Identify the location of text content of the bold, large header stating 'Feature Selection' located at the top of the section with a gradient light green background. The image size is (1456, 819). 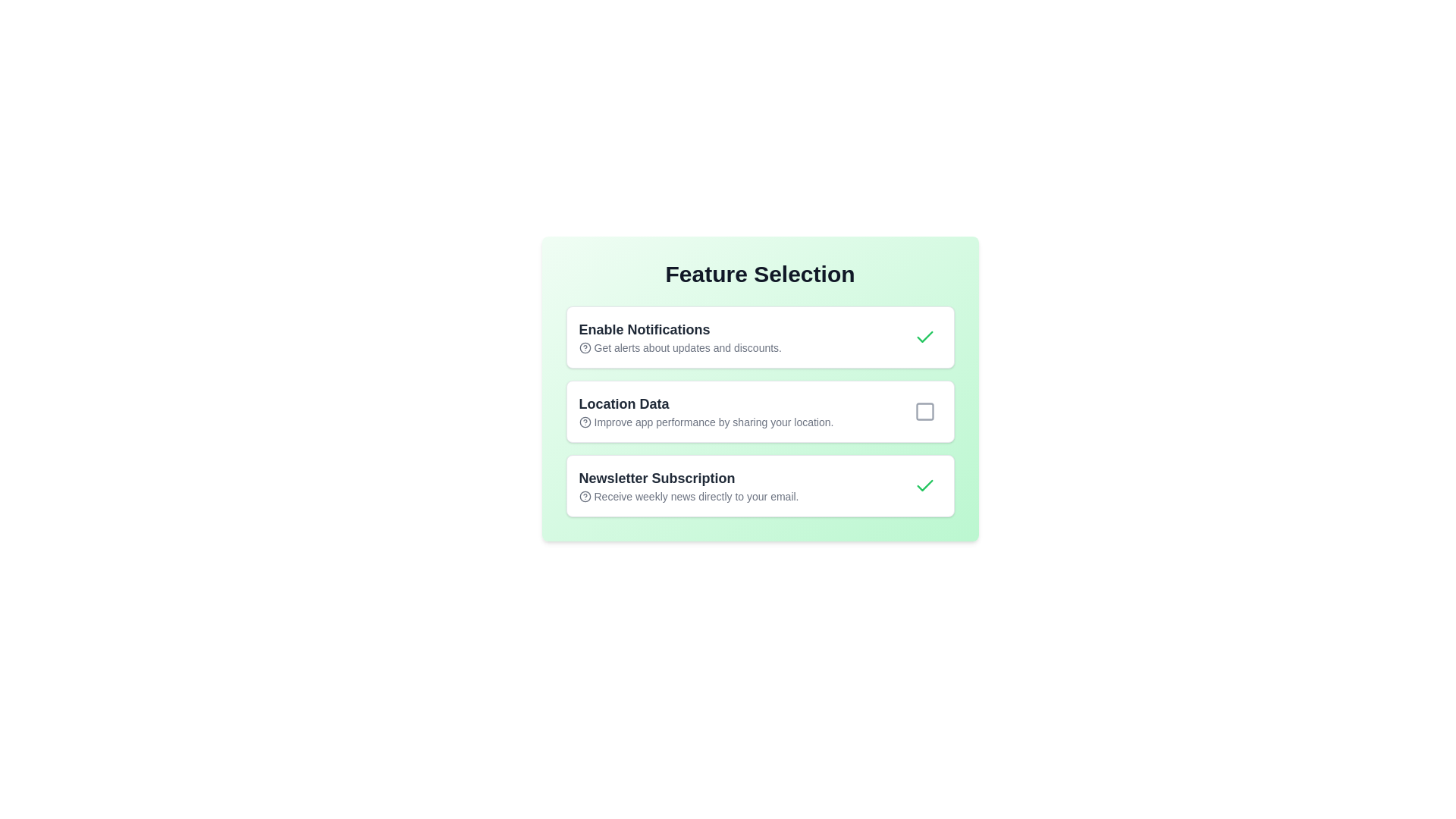
(760, 275).